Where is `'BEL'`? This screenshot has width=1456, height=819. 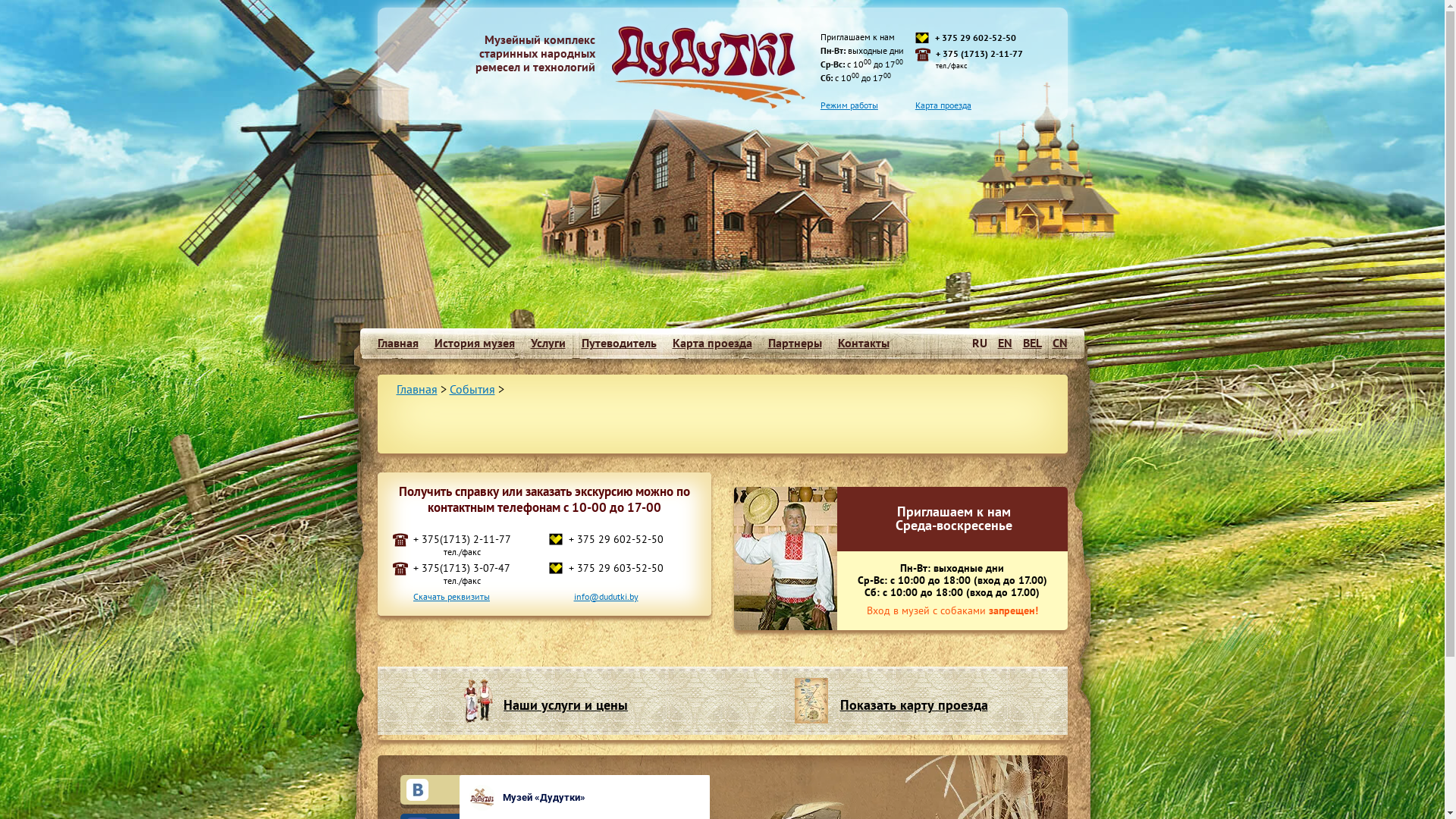 'BEL' is located at coordinates (1031, 342).